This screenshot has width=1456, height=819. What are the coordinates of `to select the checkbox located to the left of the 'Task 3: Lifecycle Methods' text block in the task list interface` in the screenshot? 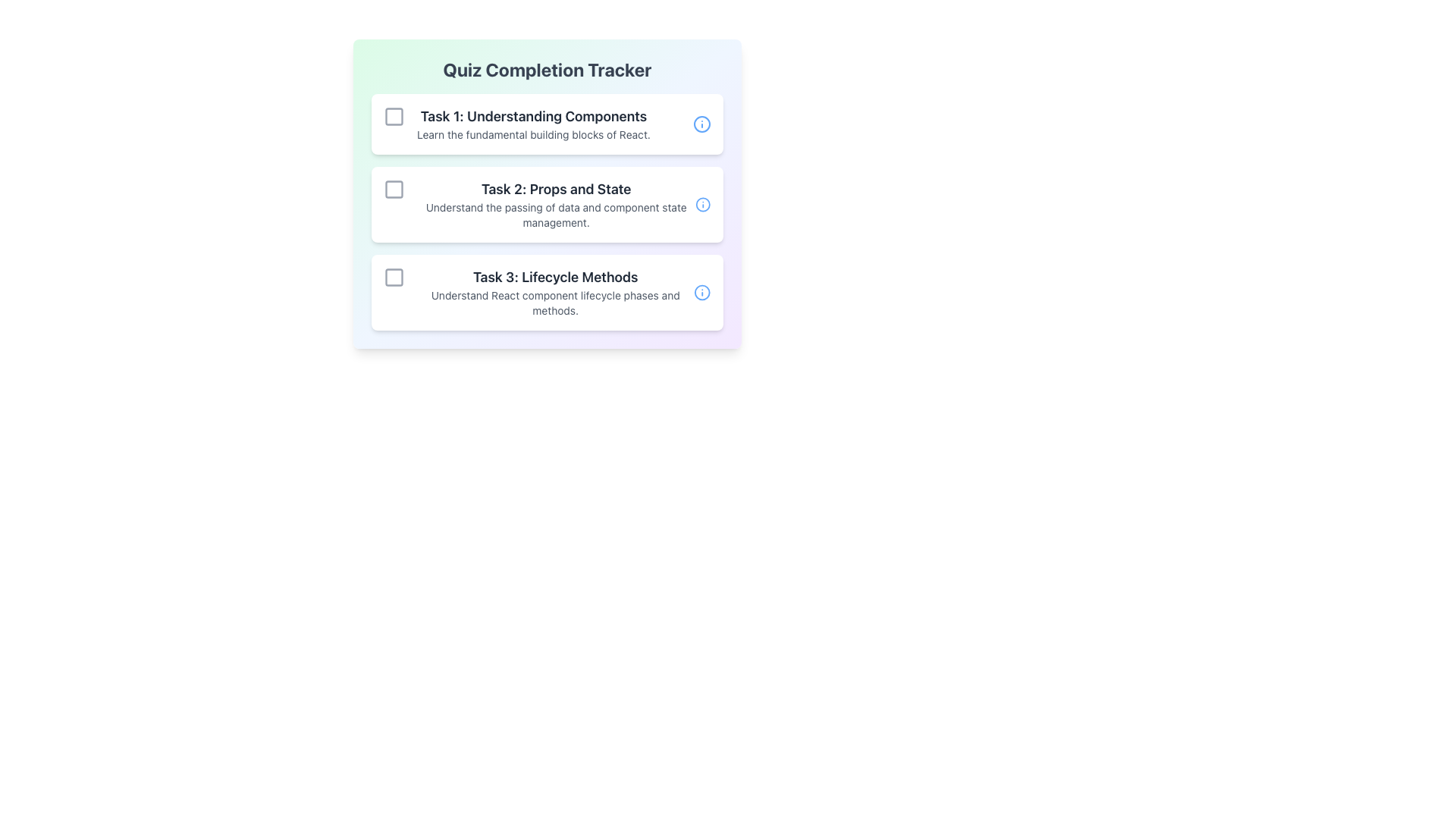 It's located at (394, 278).